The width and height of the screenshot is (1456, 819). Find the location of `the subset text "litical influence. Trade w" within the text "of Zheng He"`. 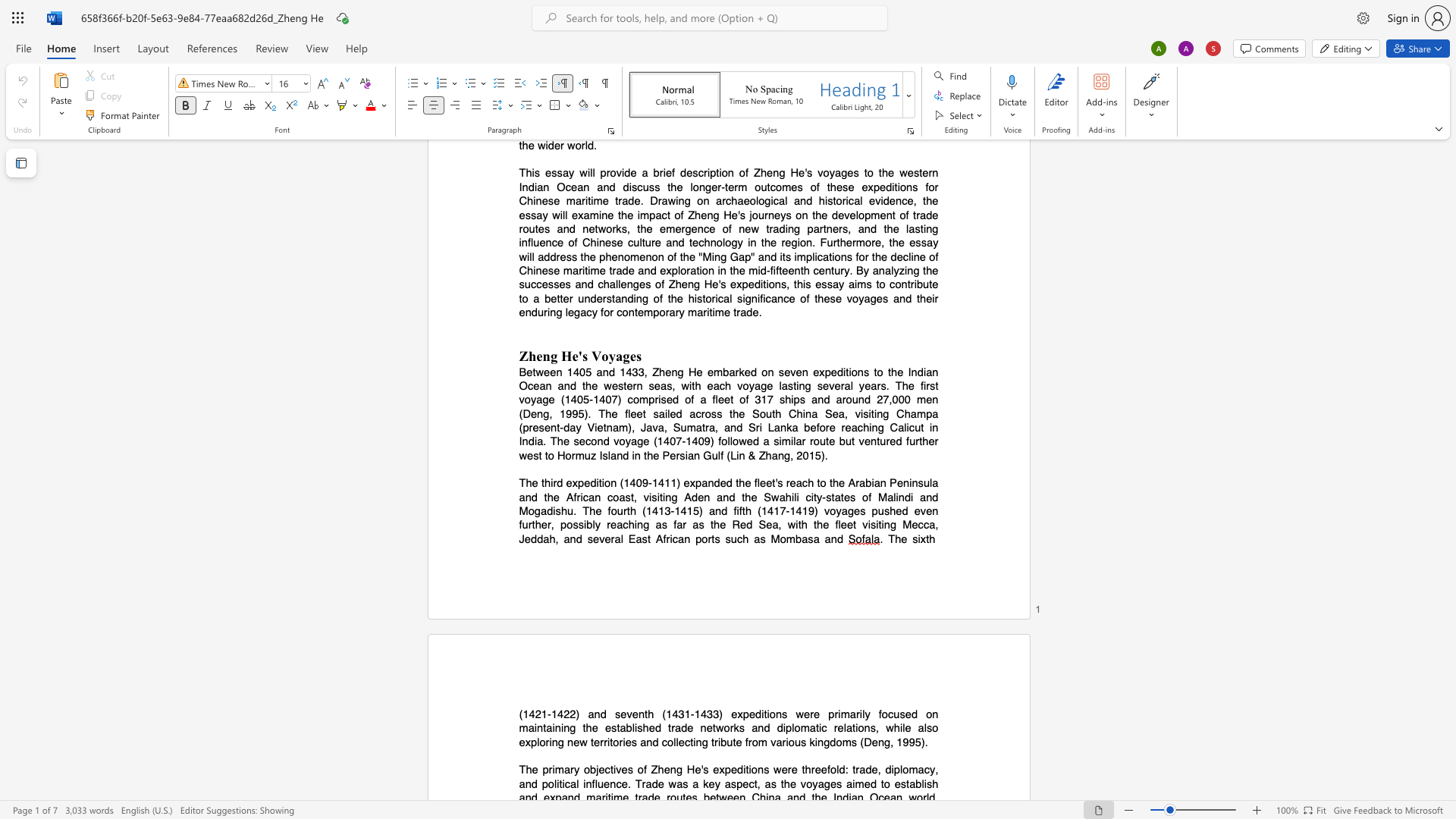

the subset text "litical influence. Trade w" within the text "of Zheng He" is located at coordinates (553, 783).